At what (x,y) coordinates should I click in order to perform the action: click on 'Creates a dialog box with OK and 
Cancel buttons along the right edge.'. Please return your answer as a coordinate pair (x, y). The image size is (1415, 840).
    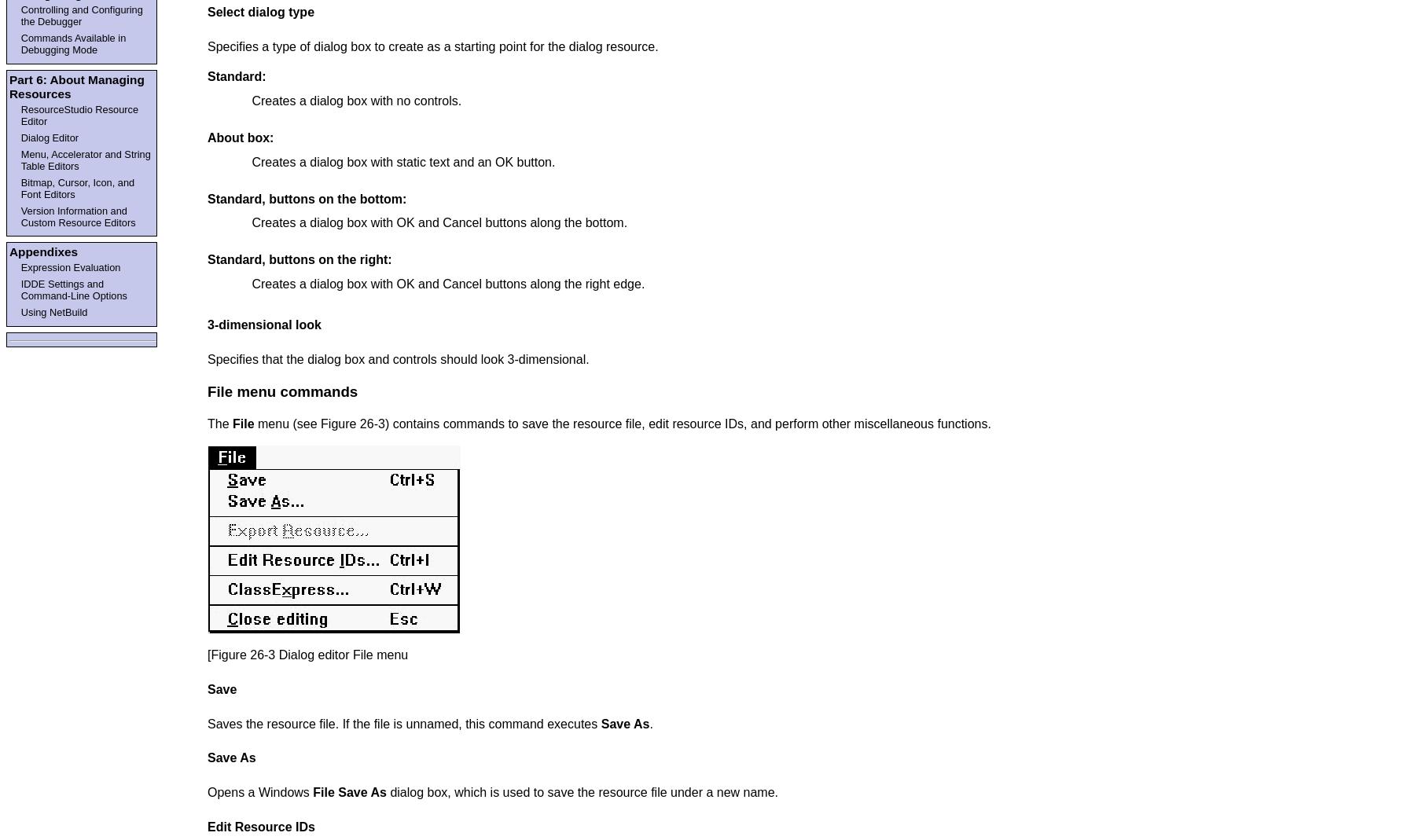
    Looking at the image, I should click on (448, 284).